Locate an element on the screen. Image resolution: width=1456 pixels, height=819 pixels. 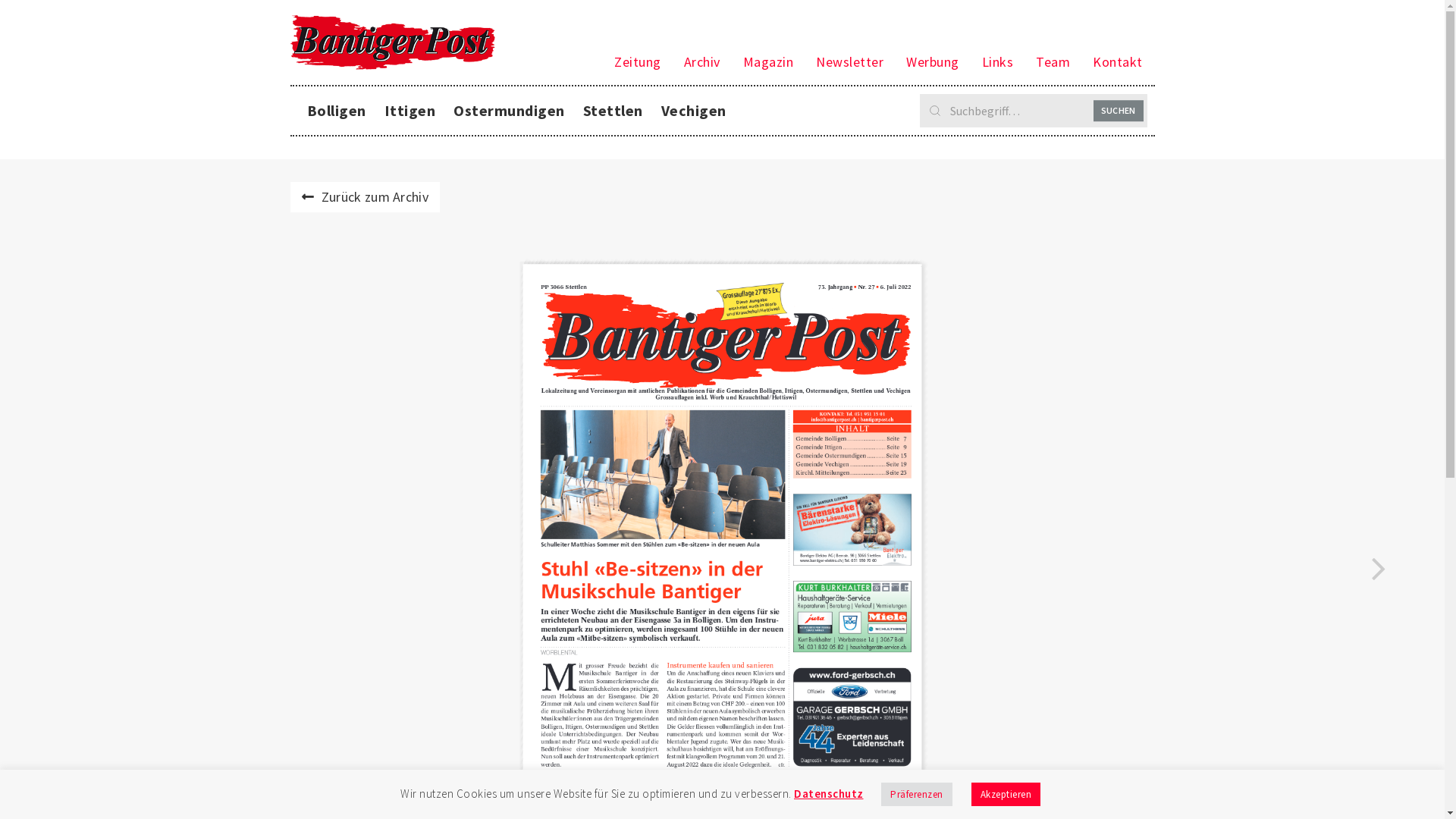
'SUCHEN' is located at coordinates (1118, 110).